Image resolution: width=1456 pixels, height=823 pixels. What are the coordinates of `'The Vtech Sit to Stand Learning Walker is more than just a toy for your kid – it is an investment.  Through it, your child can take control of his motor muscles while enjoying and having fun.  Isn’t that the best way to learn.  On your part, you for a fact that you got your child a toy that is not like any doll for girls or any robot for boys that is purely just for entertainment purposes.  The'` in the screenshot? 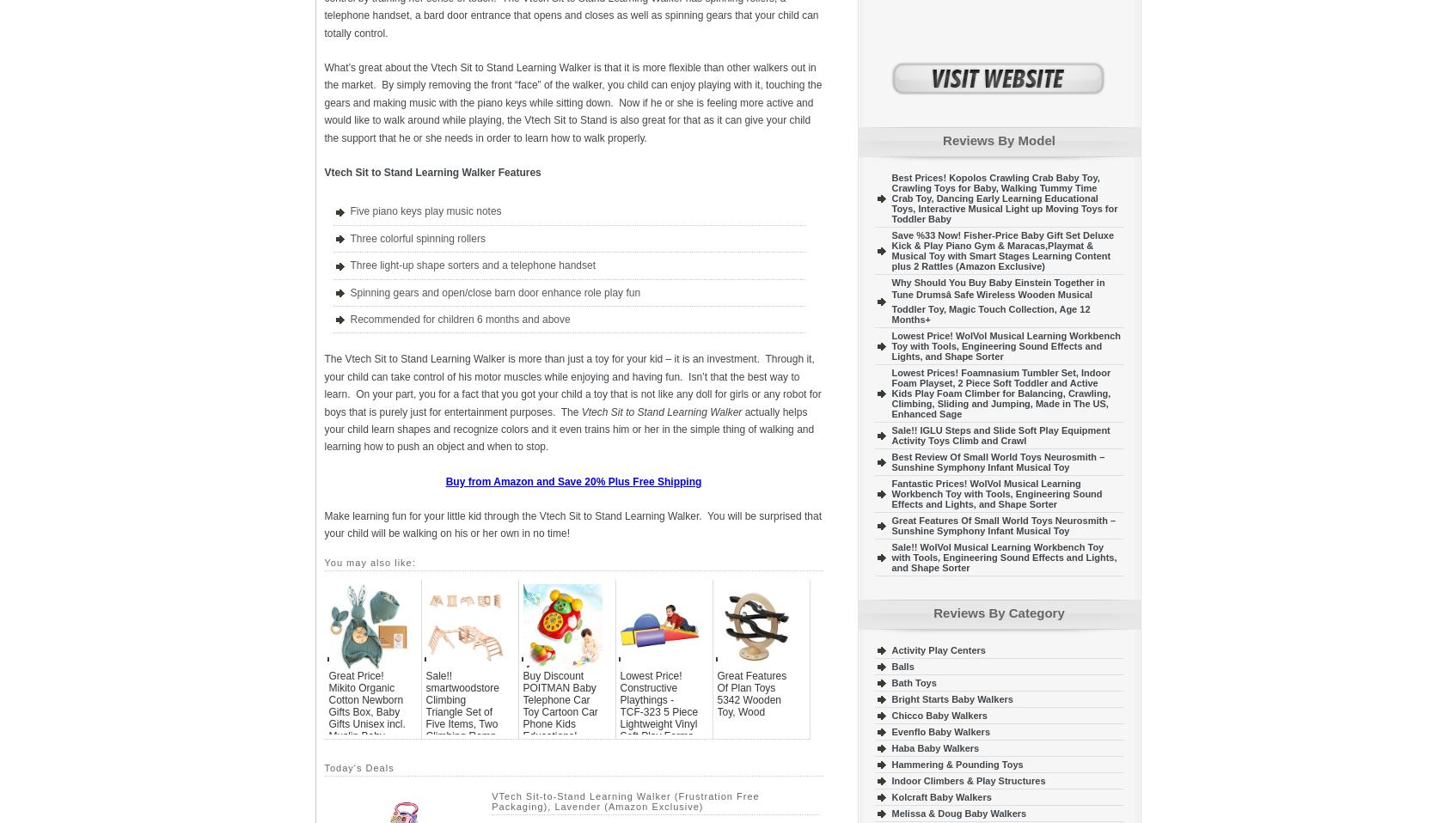 It's located at (572, 385).